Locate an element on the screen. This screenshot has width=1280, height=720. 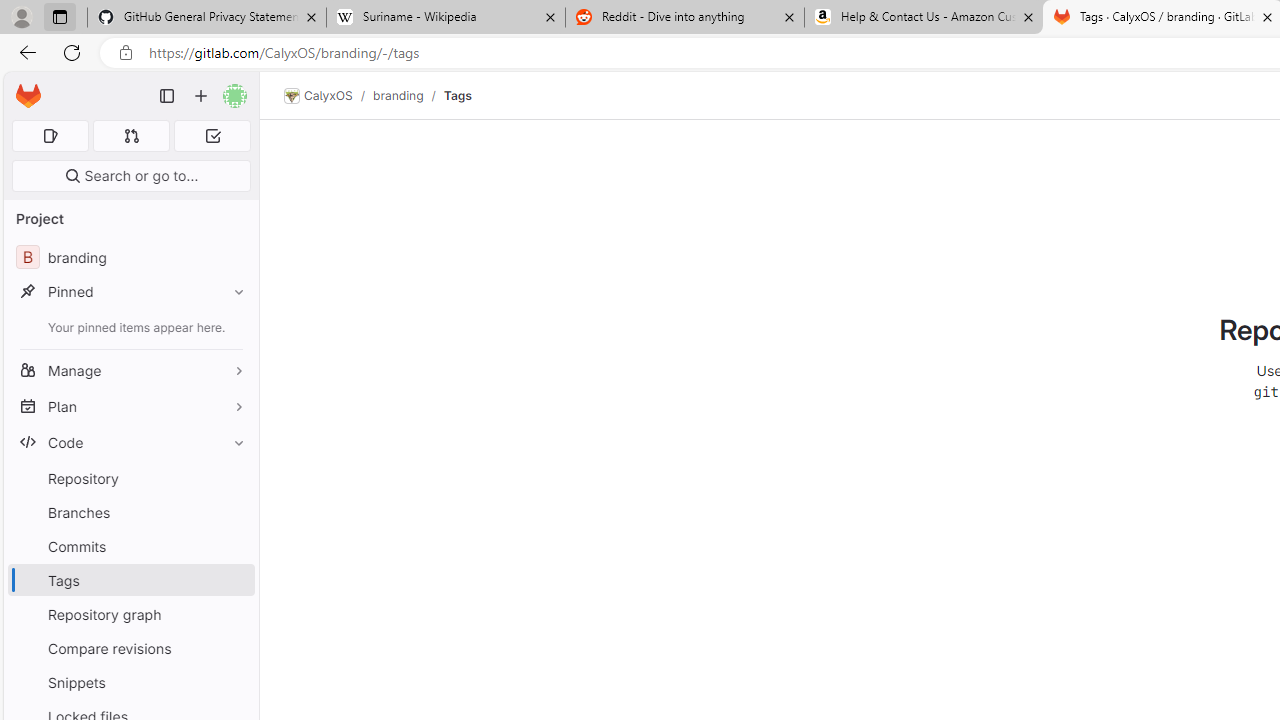
'GitHub General Privacy Statement - GitHub Docs' is located at coordinates (207, 17).